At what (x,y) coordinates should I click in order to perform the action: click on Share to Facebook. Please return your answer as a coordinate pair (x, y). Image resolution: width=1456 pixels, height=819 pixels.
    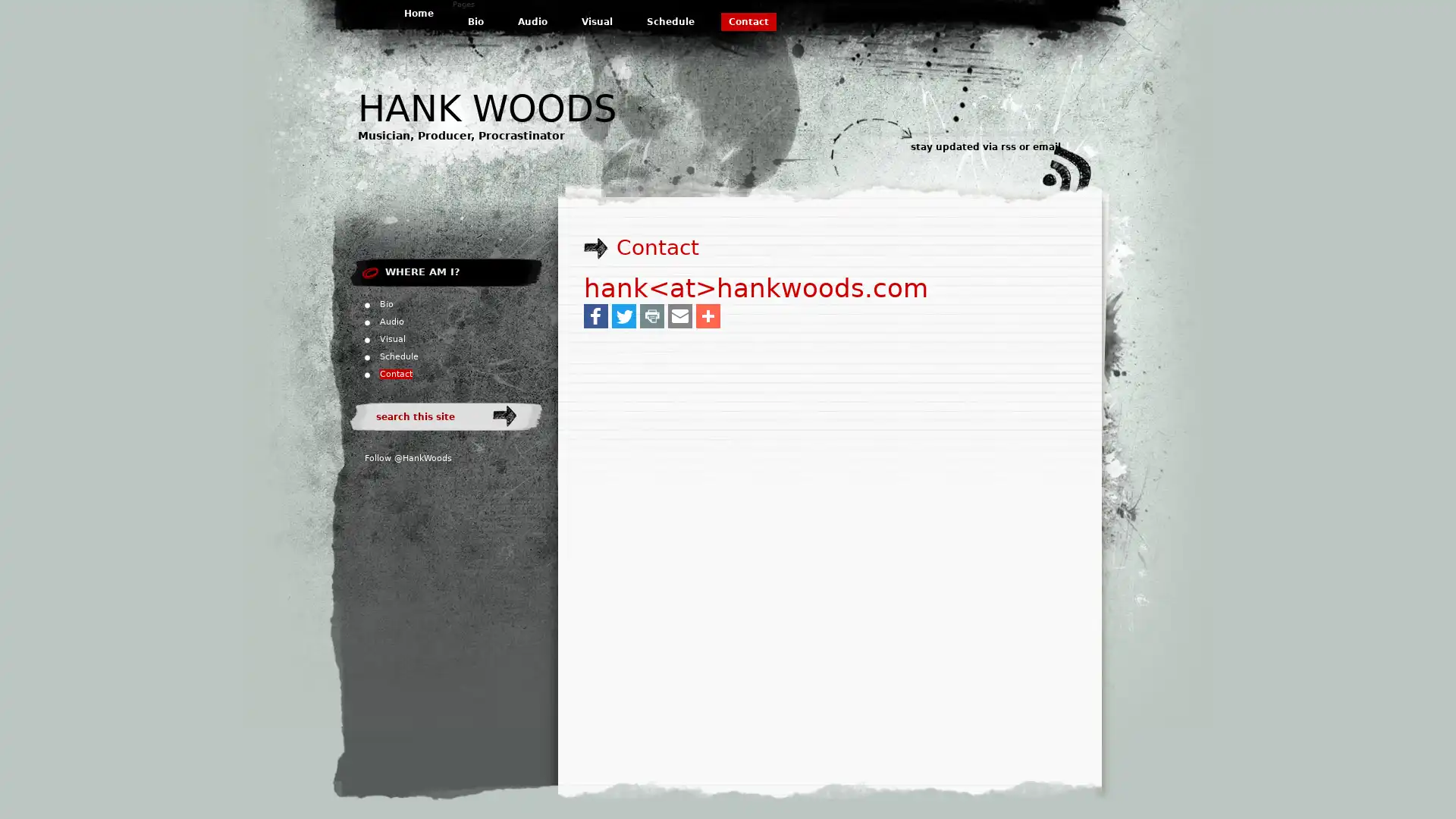
    Looking at the image, I should click on (595, 315).